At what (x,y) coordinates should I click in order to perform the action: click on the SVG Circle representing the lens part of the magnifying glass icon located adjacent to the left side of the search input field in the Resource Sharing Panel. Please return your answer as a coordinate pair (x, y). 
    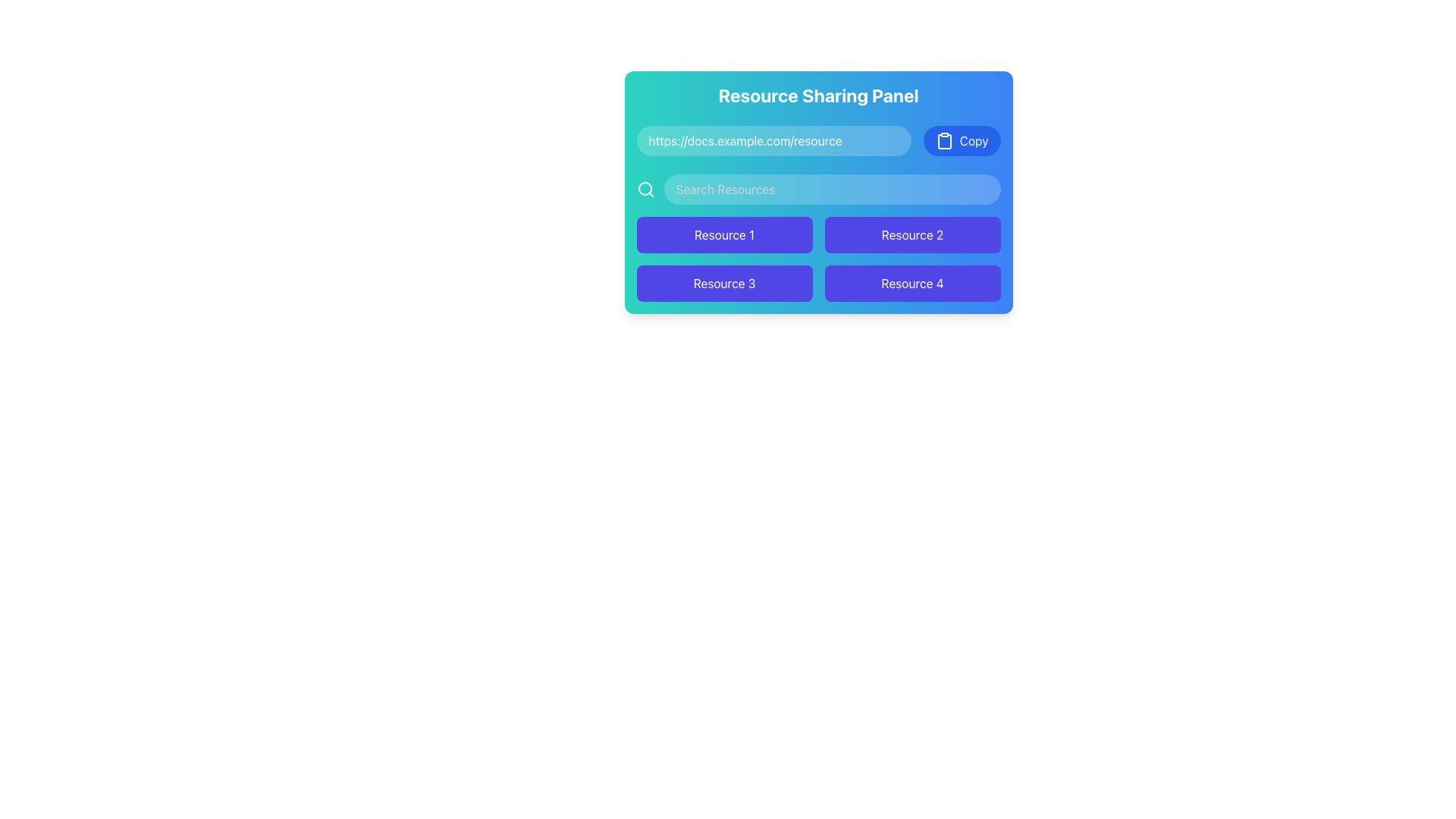
    Looking at the image, I should click on (645, 188).